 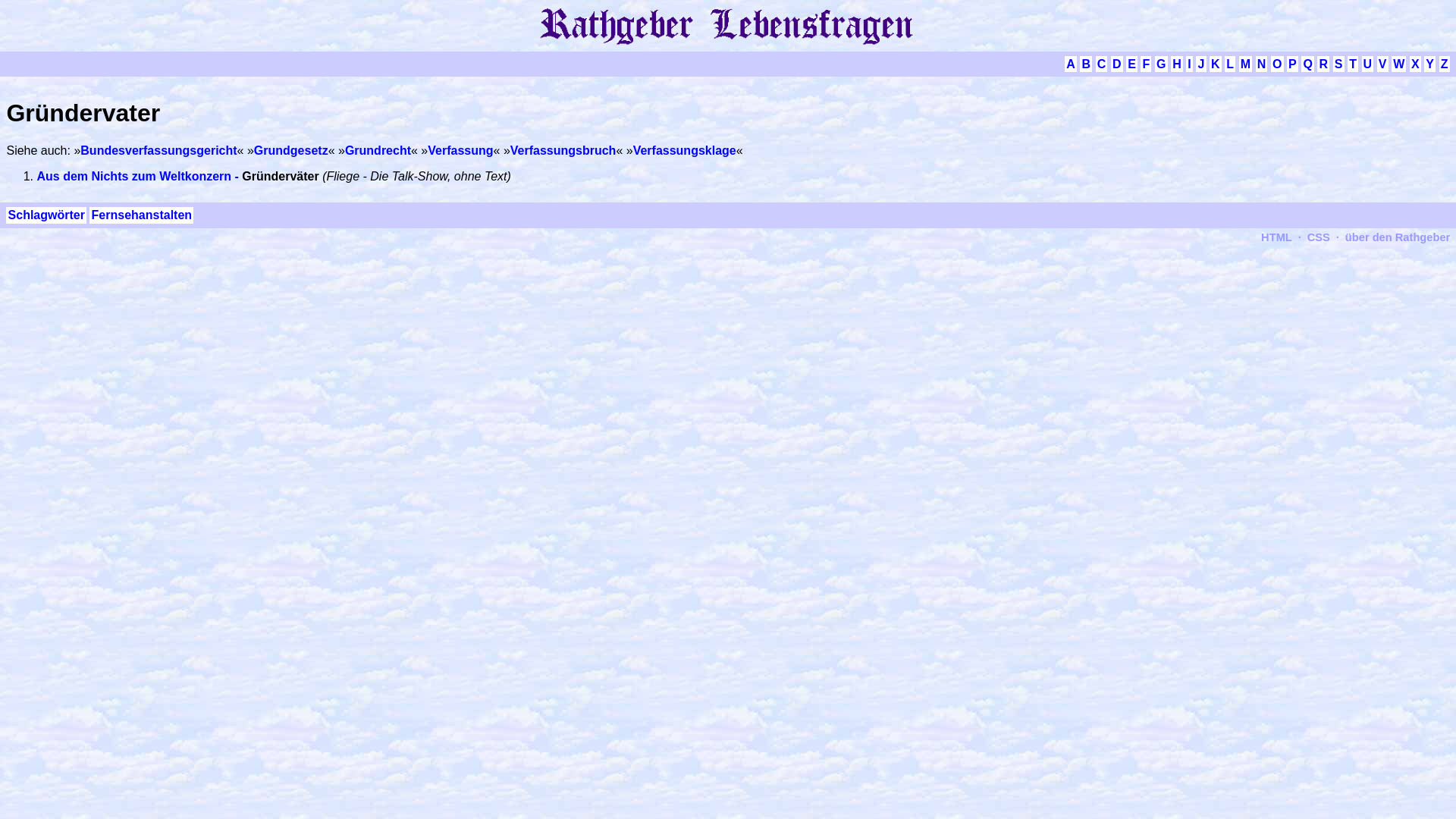 What do you see at coordinates (254, 150) in the screenshot?
I see `'Grundgesetz'` at bounding box center [254, 150].